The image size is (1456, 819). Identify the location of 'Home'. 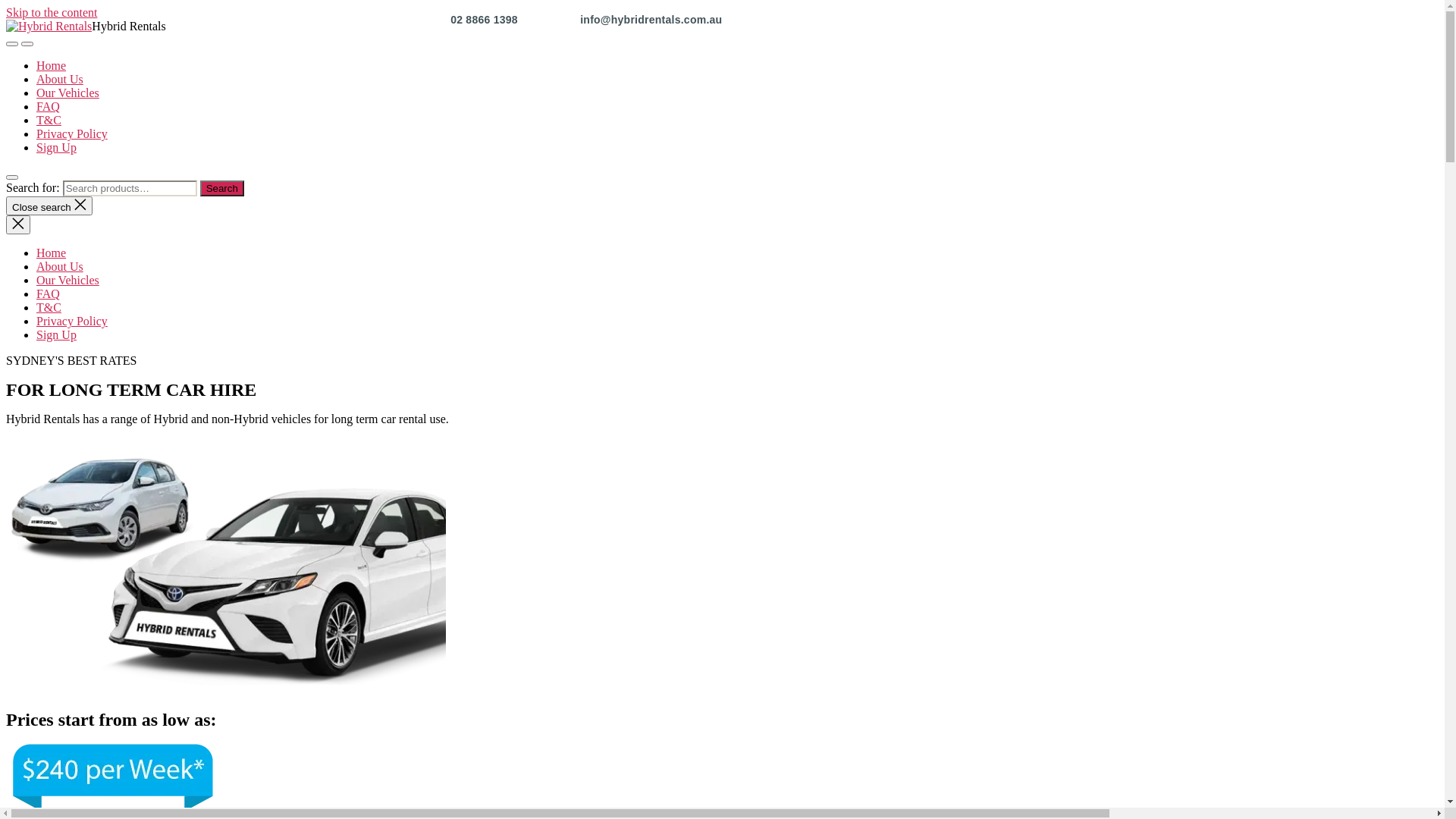
(51, 64).